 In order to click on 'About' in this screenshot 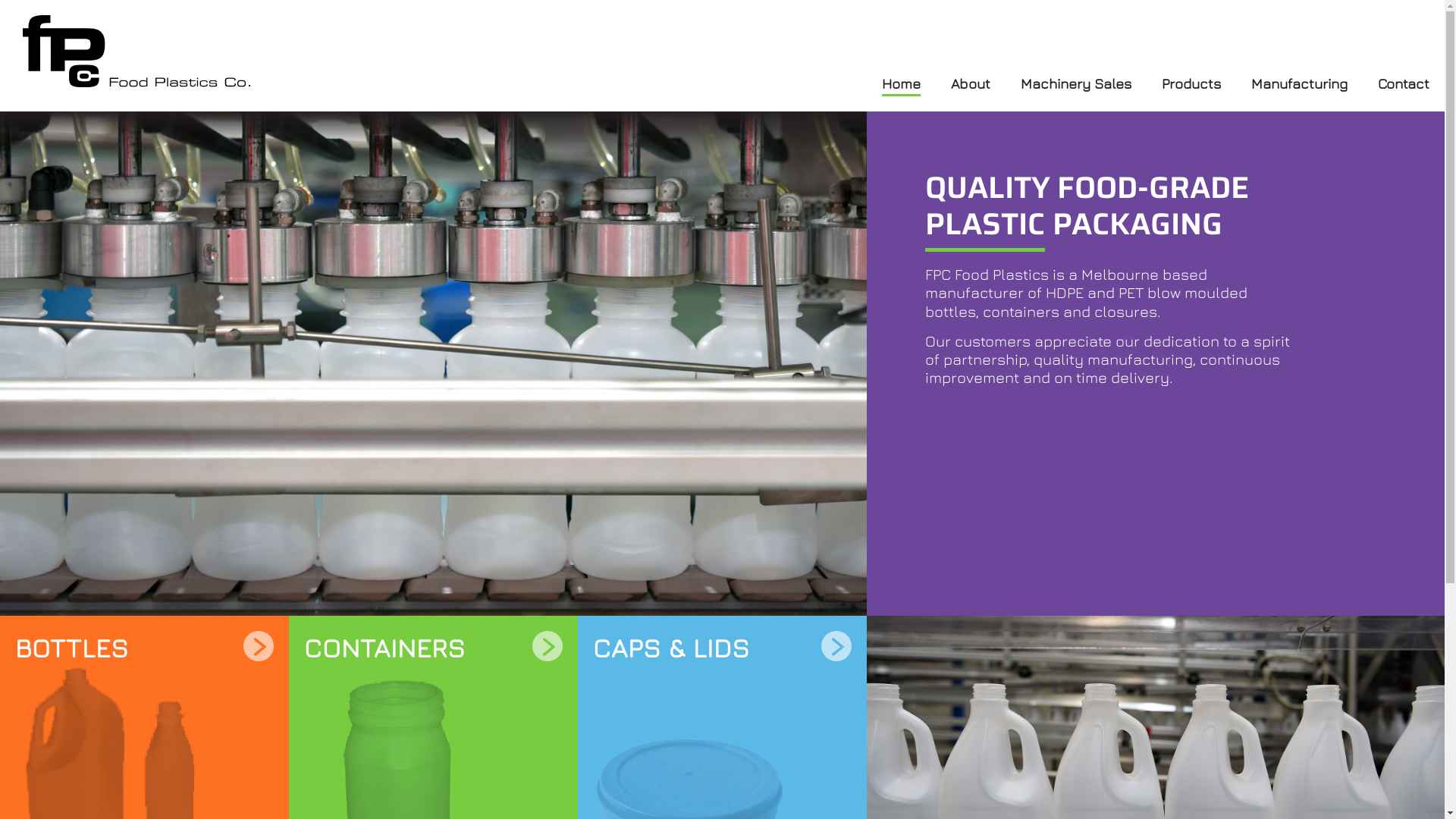, I will do `click(971, 84)`.